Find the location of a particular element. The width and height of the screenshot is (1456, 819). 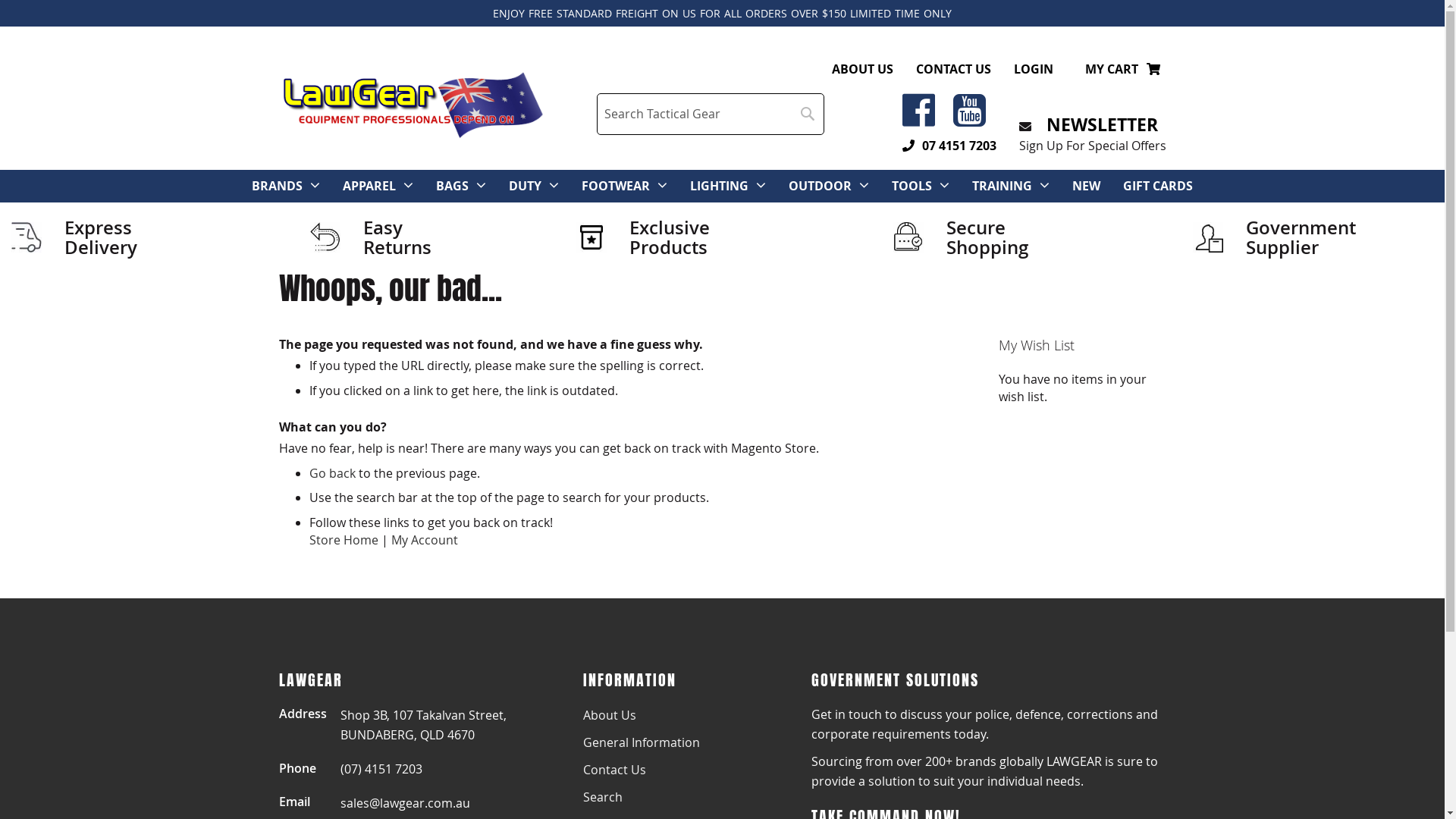

'Store Home' is located at coordinates (309, 539).